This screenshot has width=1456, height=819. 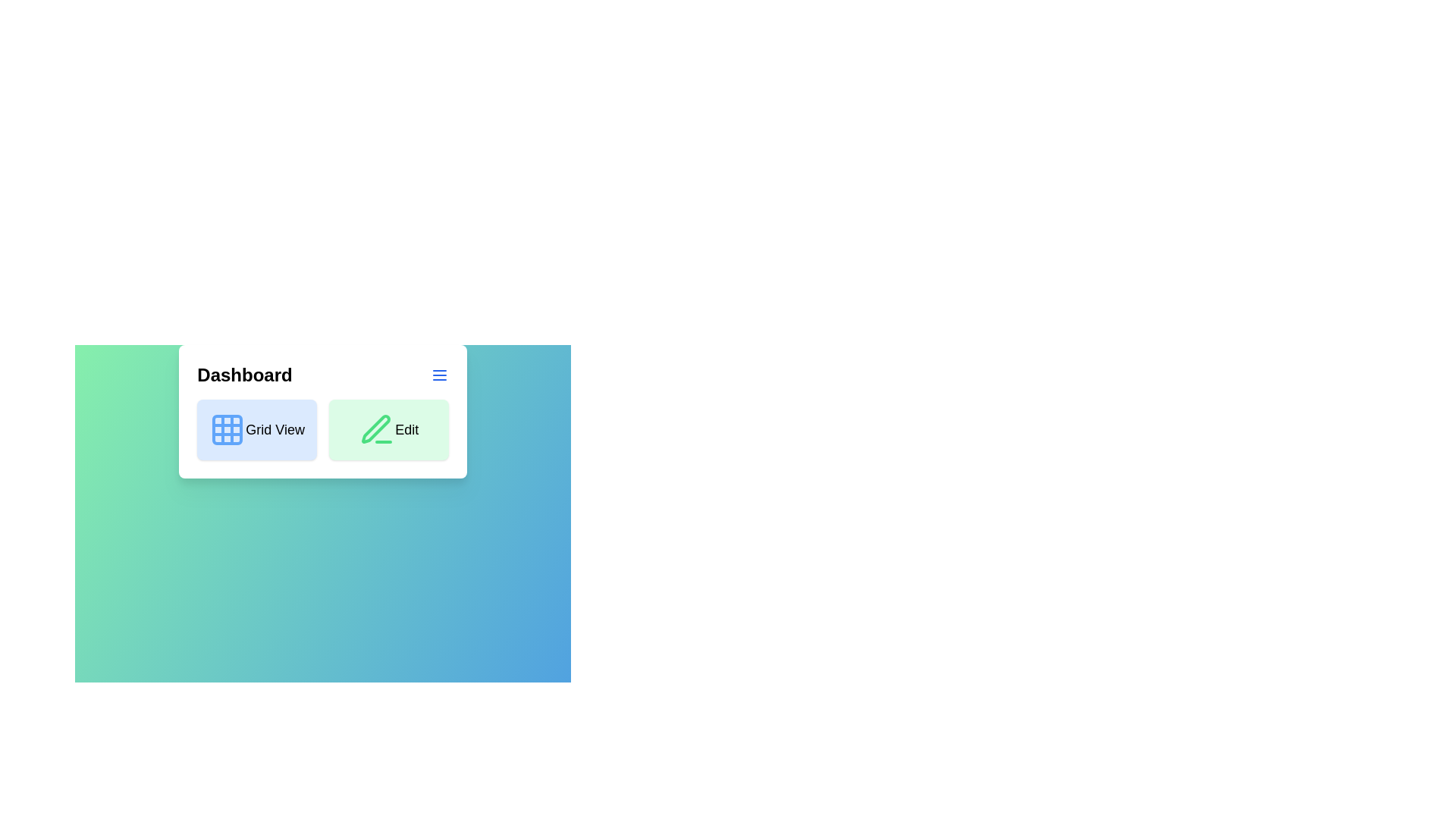 What do you see at coordinates (389, 430) in the screenshot?
I see `the interactive element Edit to observe its visual feedback` at bounding box center [389, 430].